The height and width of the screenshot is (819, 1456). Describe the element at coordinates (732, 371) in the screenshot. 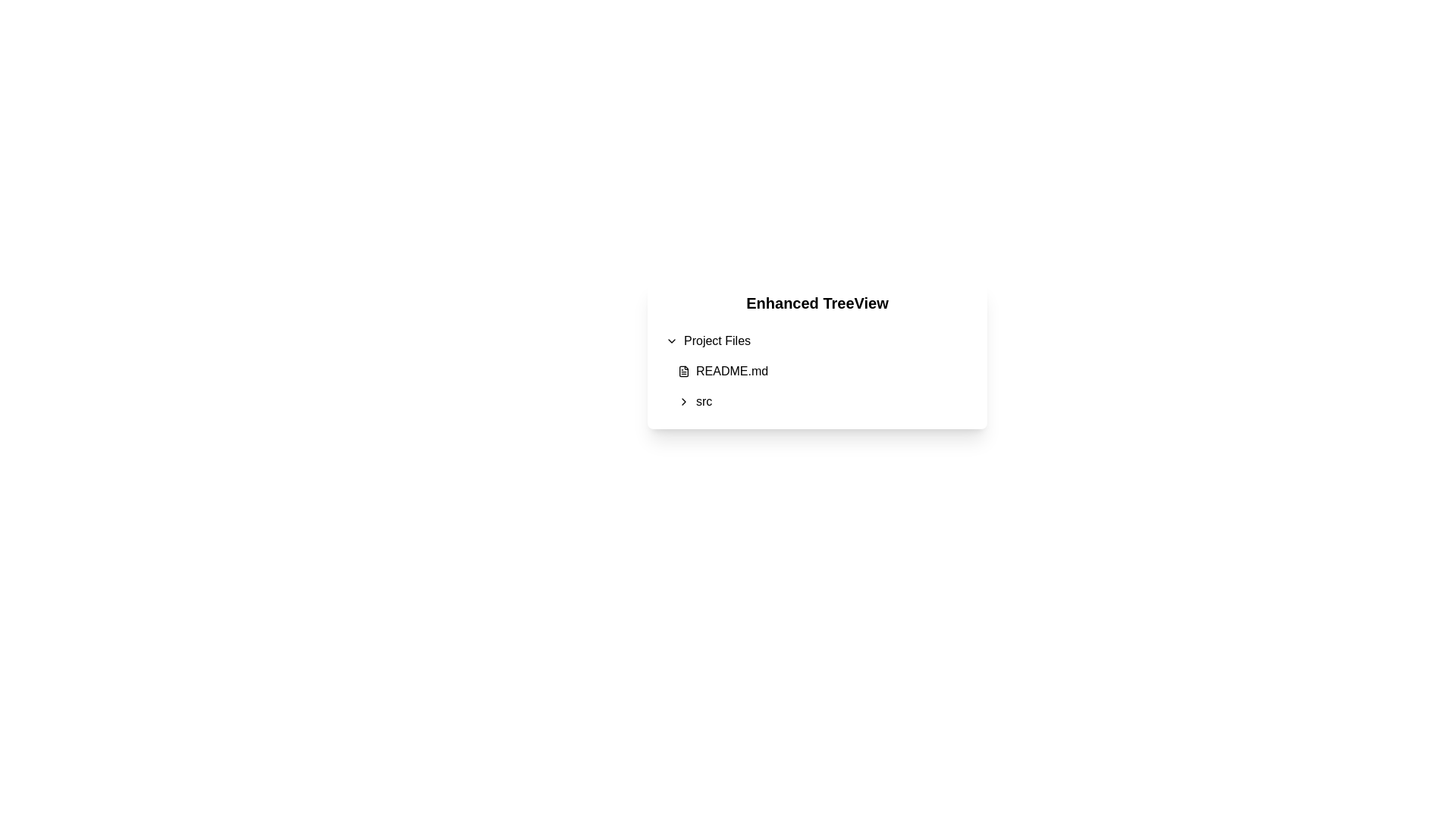

I see `the text label 'README.md' located in the file navigation view, positioned almost at the center horizontally and slightly below the center vertically` at that location.